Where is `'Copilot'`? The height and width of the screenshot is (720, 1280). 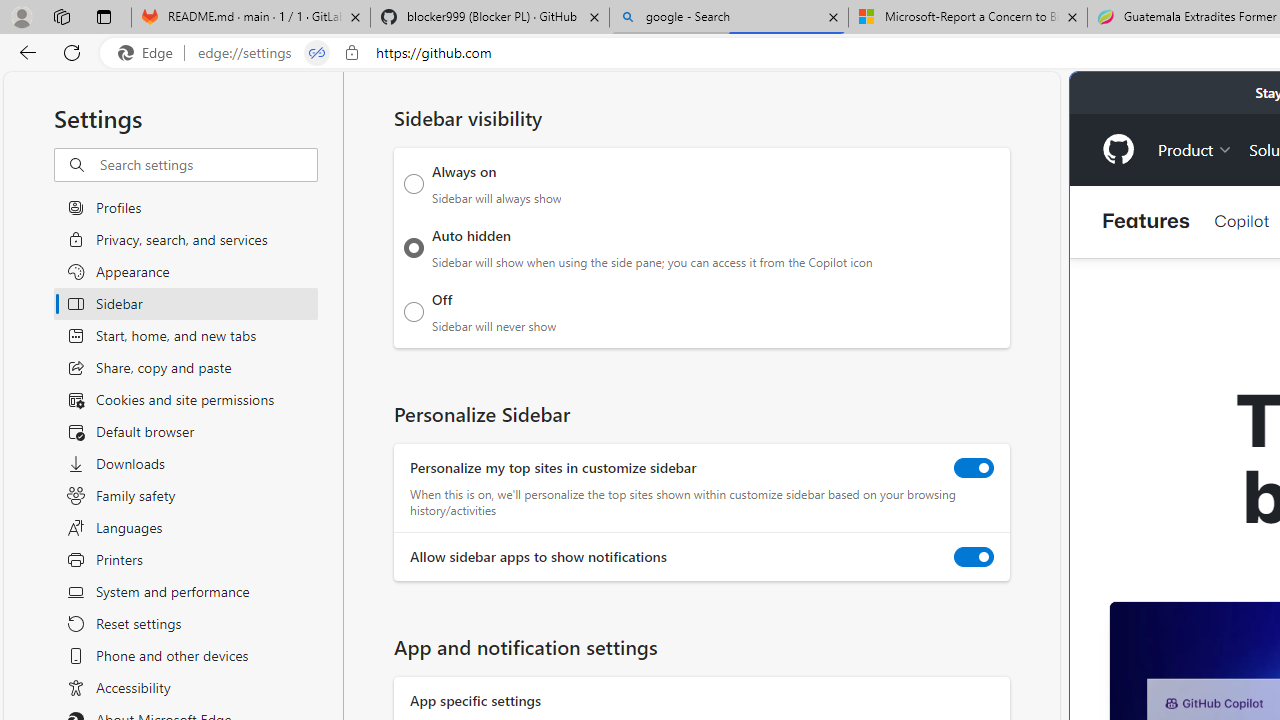 'Copilot' is located at coordinates (1240, 221).